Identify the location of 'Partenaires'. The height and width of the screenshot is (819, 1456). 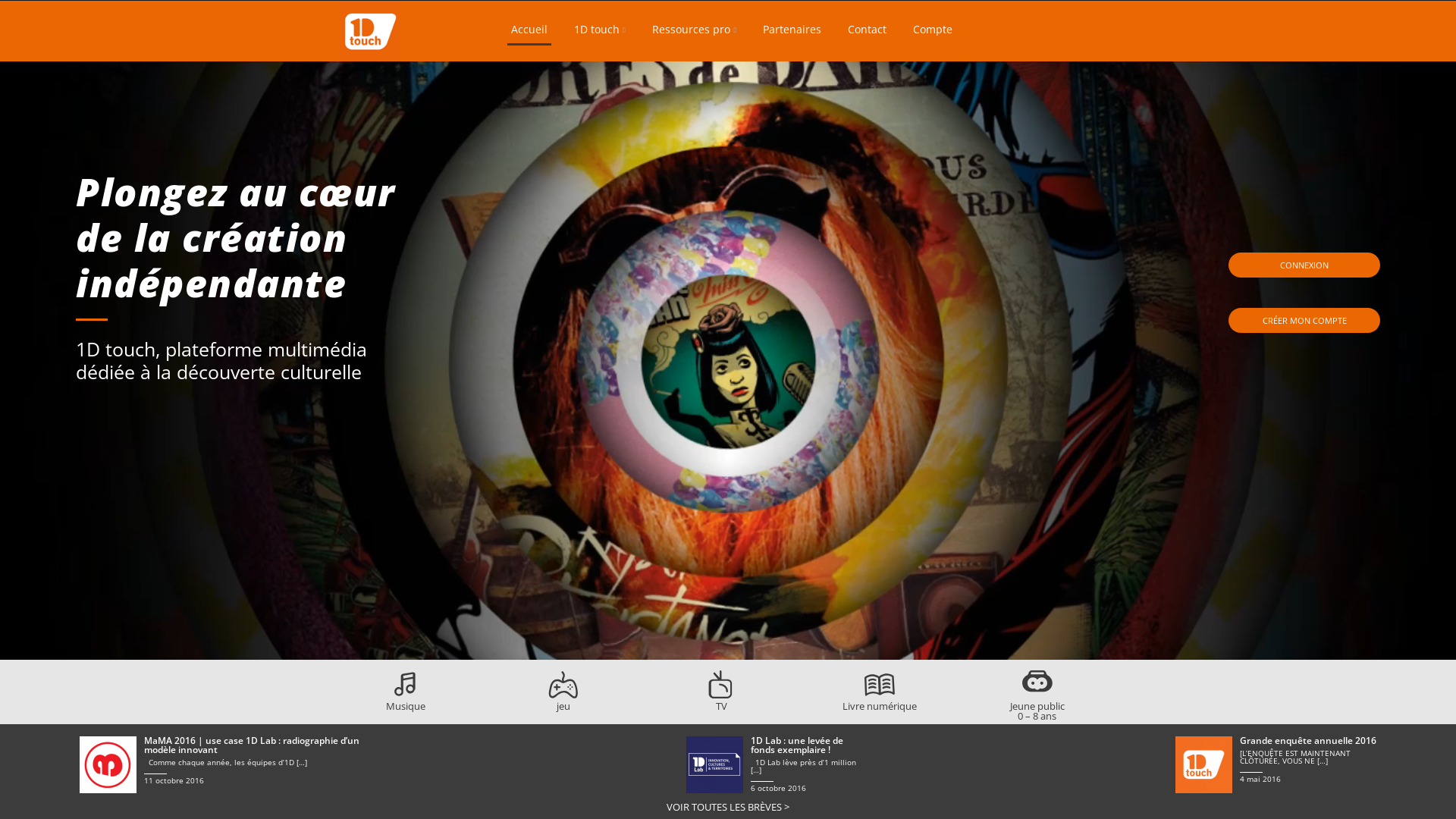
(791, 31).